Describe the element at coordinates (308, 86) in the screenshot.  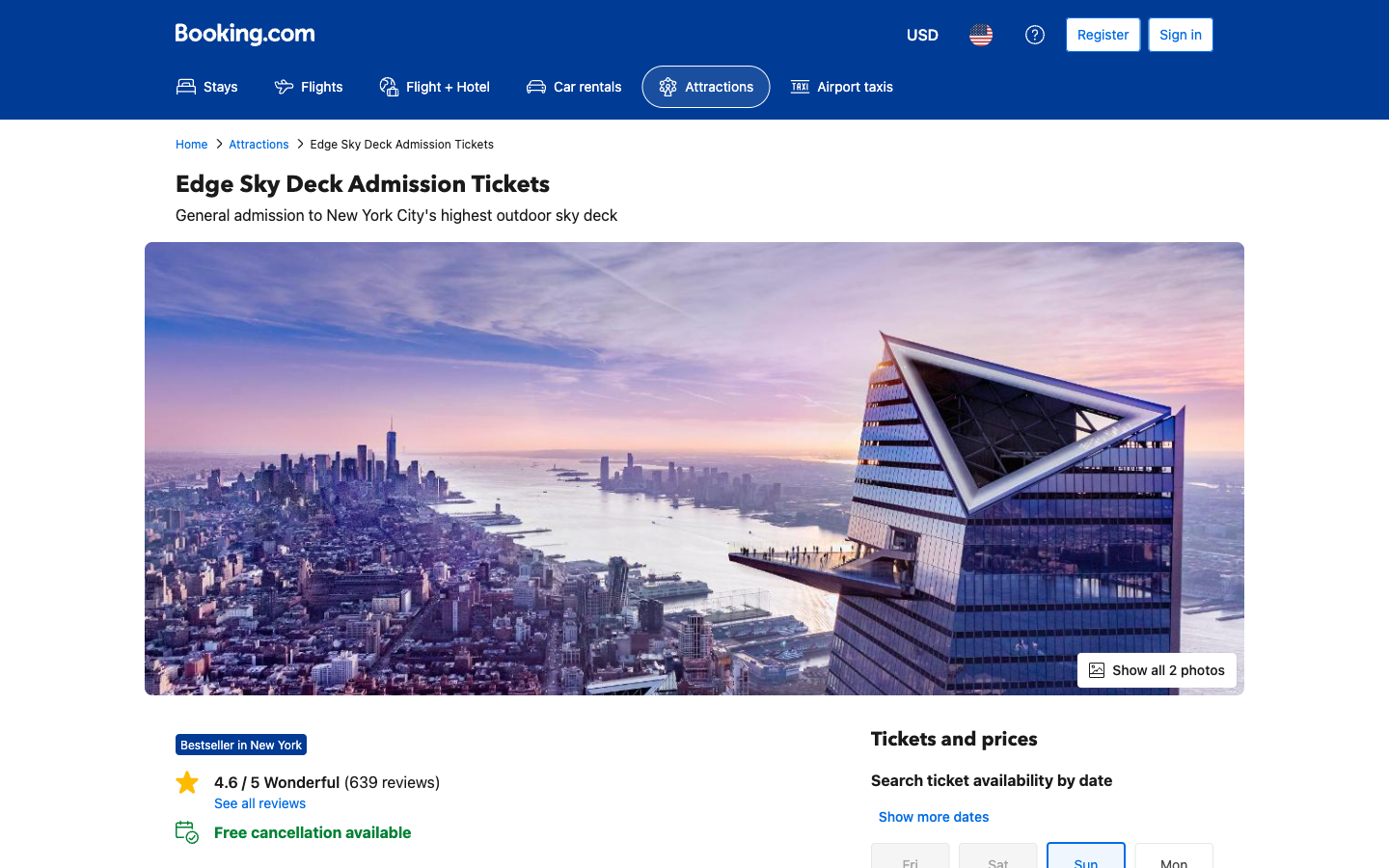
I see `Search for flights` at that location.